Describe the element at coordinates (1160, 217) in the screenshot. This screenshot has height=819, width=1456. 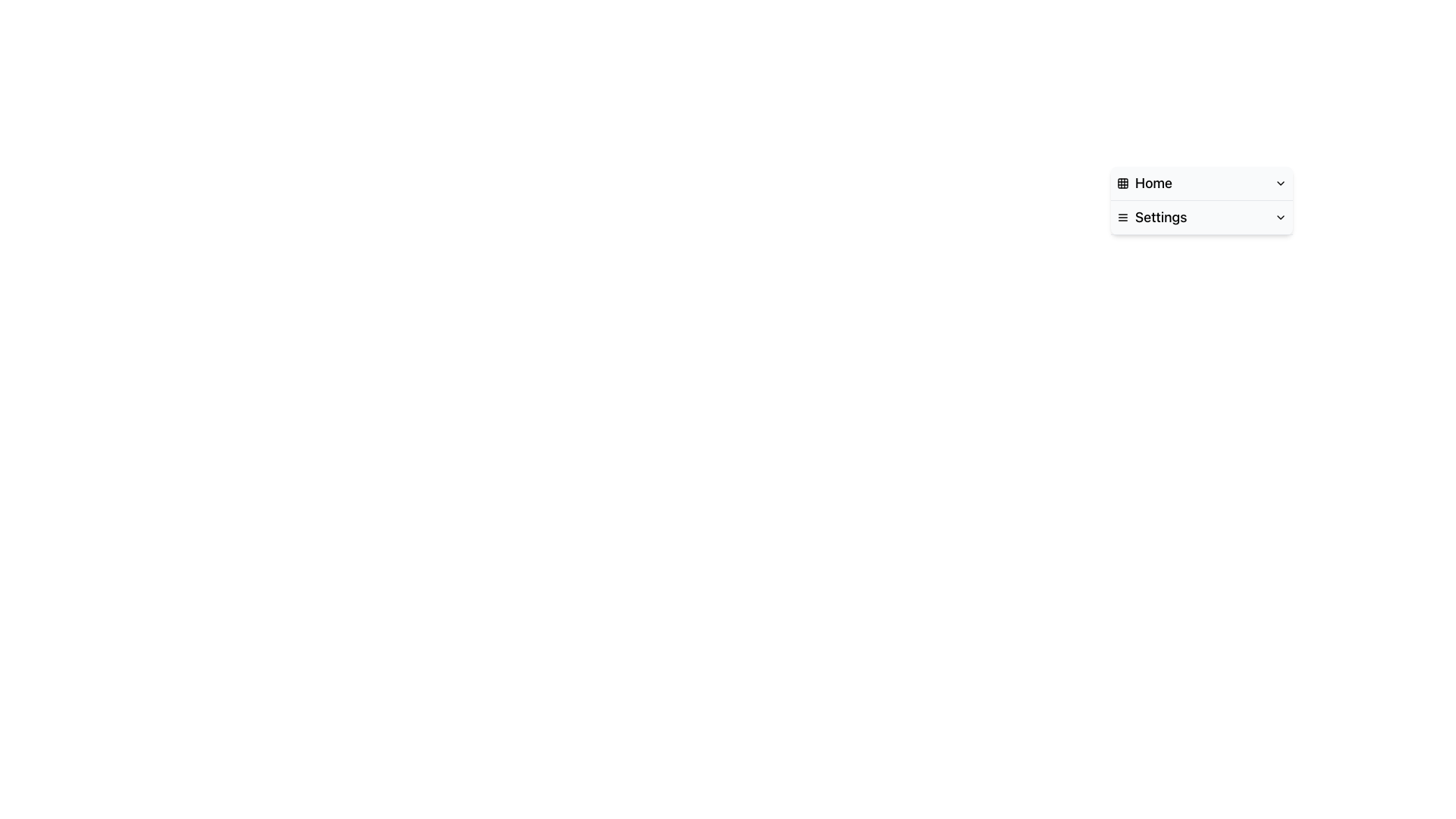
I see `the 'Settings' text label` at that location.